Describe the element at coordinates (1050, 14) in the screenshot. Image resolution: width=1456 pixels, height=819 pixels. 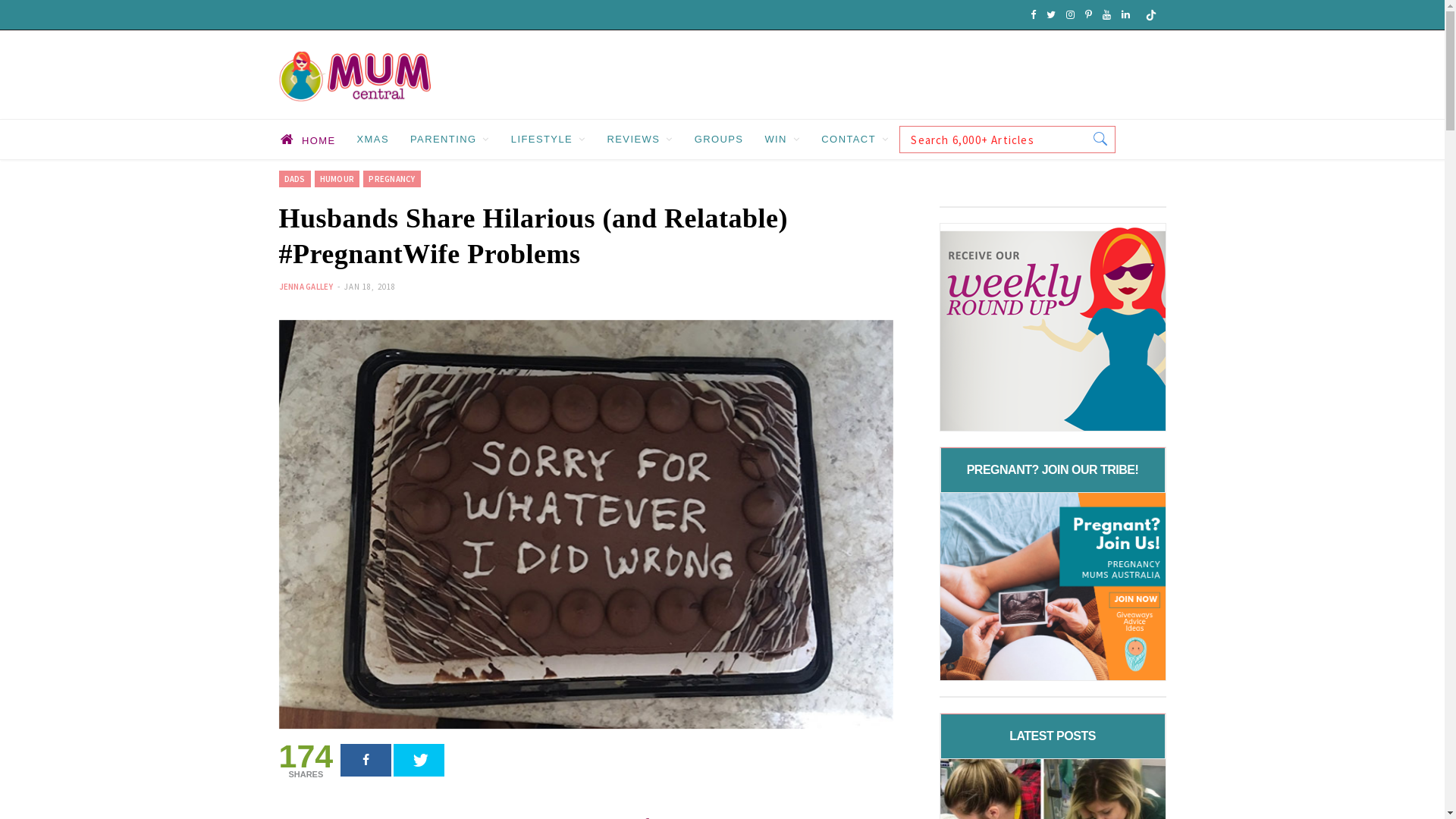
I see `'Twitter'` at that location.